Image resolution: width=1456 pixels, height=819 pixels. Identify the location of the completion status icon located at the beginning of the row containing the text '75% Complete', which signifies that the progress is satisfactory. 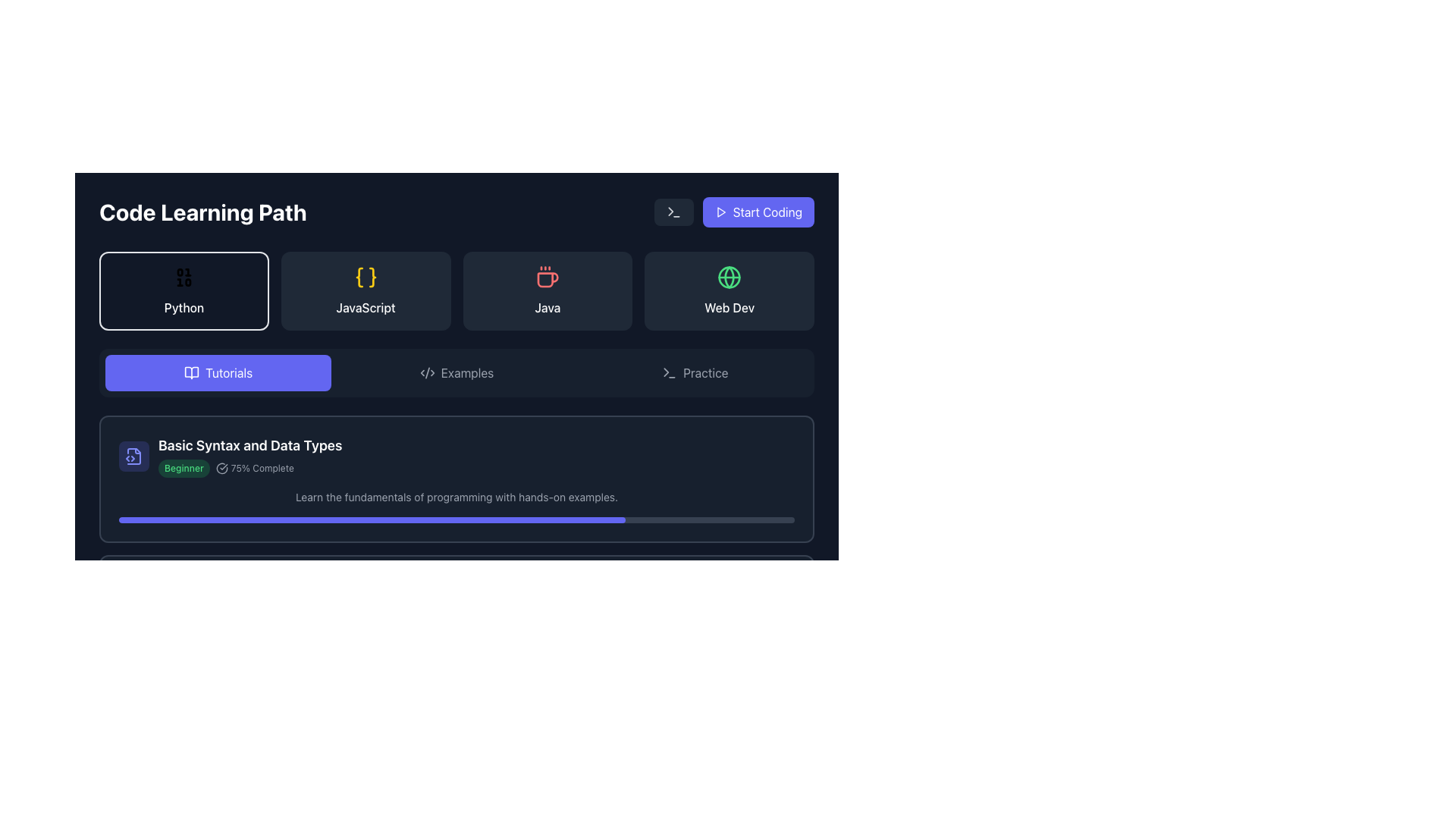
(221, 467).